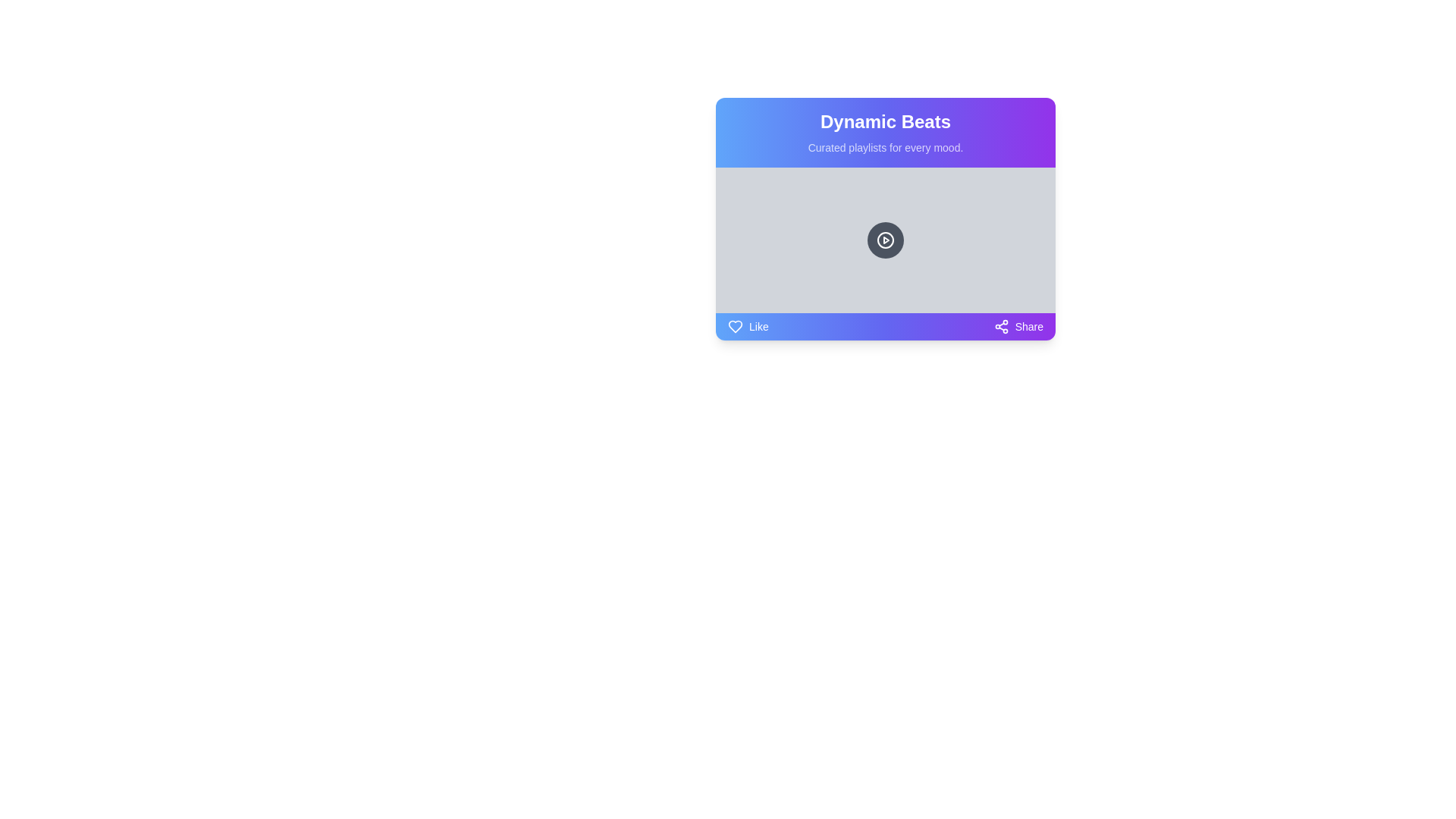 This screenshot has width=1456, height=819. What do you see at coordinates (885, 148) in the screenshot?
I see `text label displaying 'Curated playlists for every mood.' located below the heading 'Dynamic Beats' in a colorful card format` at bounding box center [885, 148].